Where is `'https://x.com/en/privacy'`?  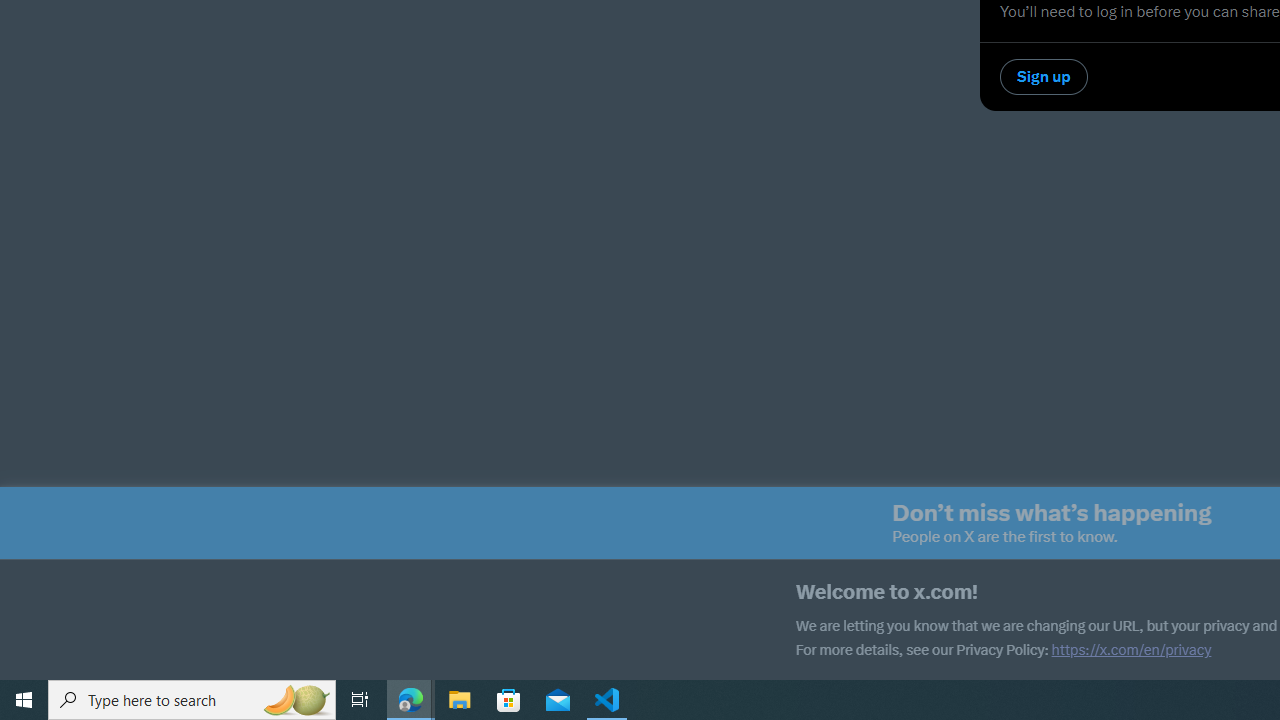 'https://x.com/en/privacy' is located at coordinates (1131, 650).